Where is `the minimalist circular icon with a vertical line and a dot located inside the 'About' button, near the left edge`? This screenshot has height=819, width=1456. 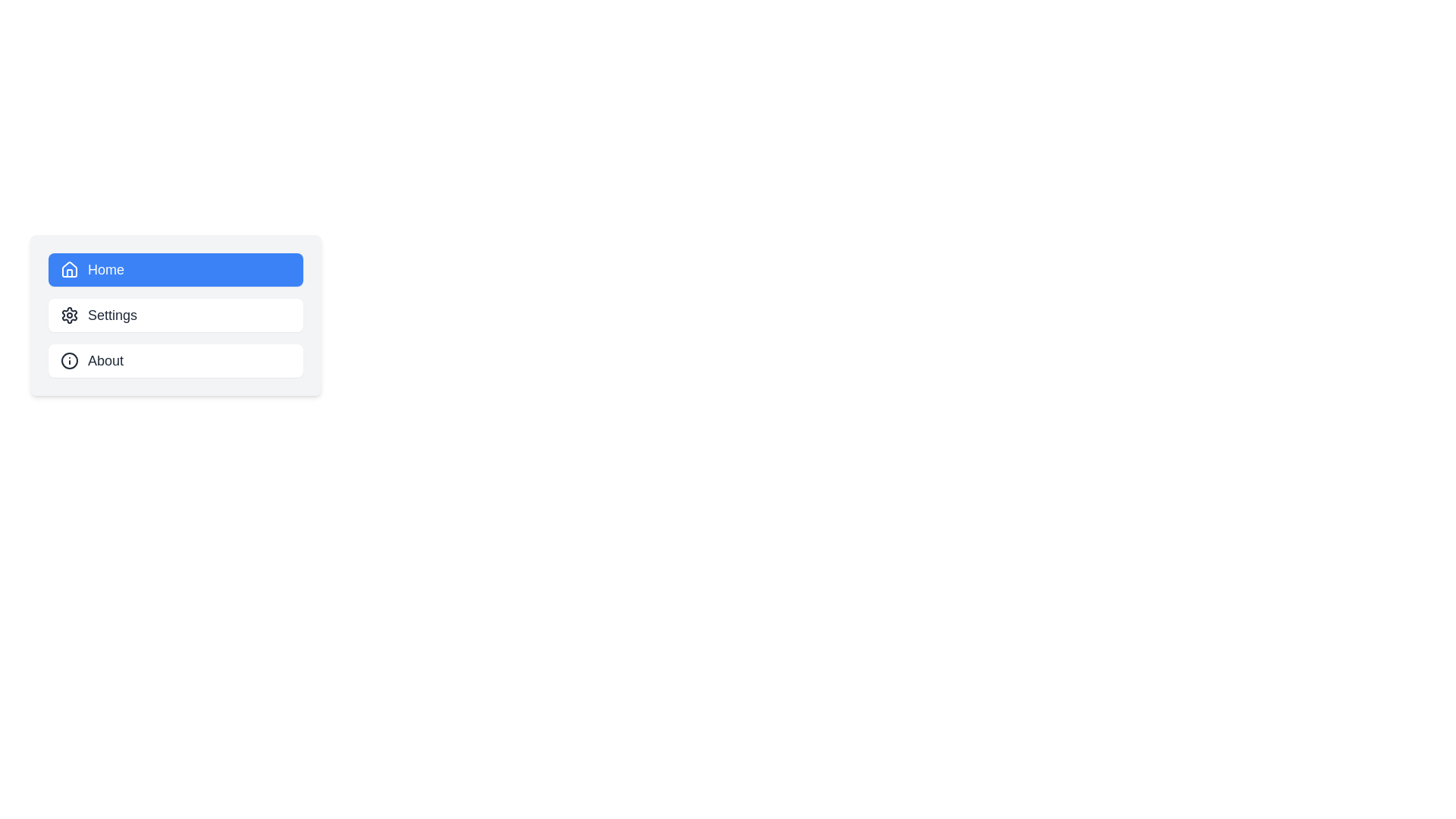 the minimalist circular icon with a vertical line and a dot located inside the 'About' button, near the left edge is located at coordinates (68, 360).